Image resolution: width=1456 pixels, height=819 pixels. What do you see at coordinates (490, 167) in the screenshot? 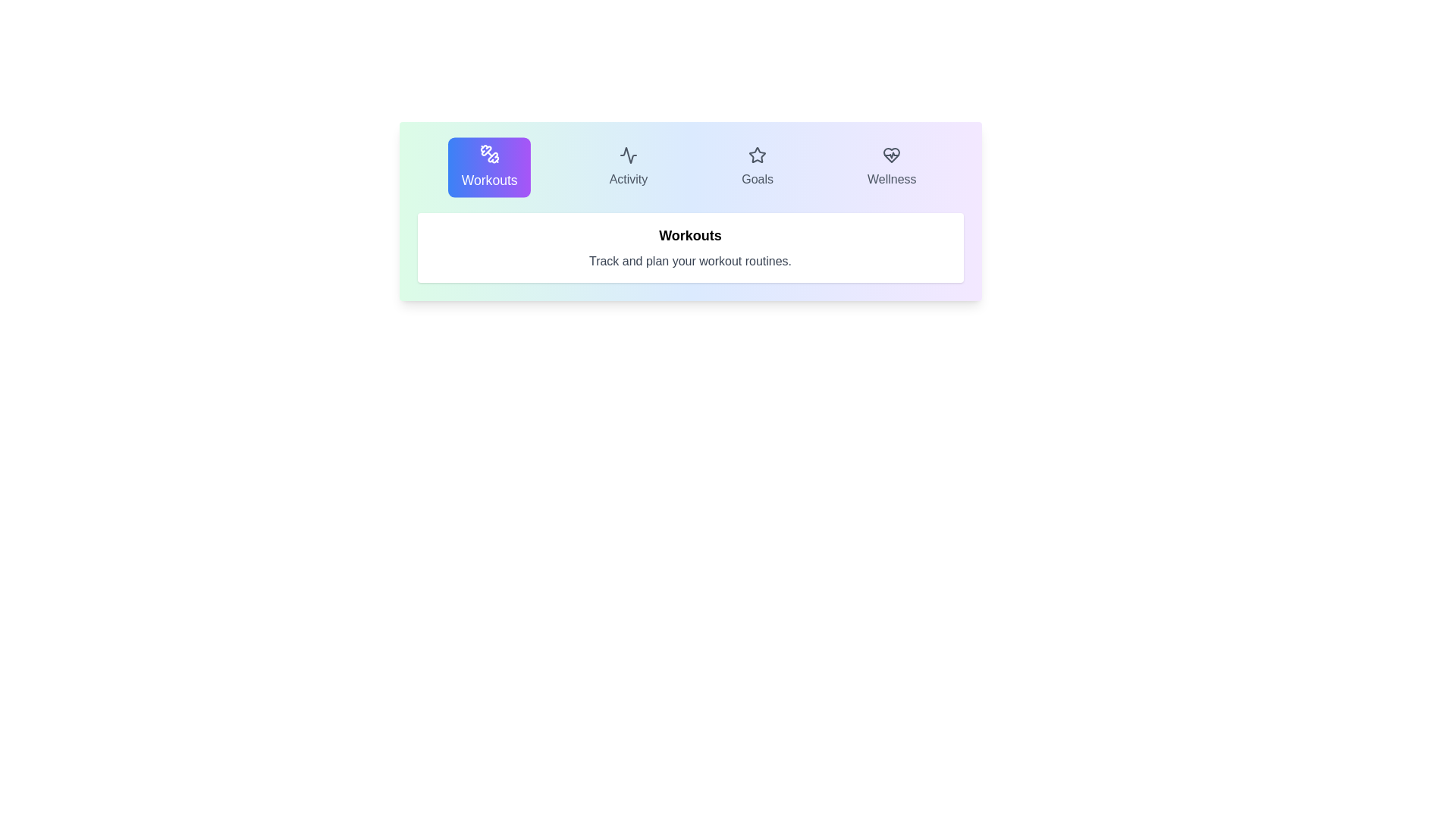
I see `the 'Workouts' button, which is a rectangular button with a gradient background and white text displaying 'Workouts' beneath a dumbbell icon, located at the top left of the layout` at bounding box center [490, 167].